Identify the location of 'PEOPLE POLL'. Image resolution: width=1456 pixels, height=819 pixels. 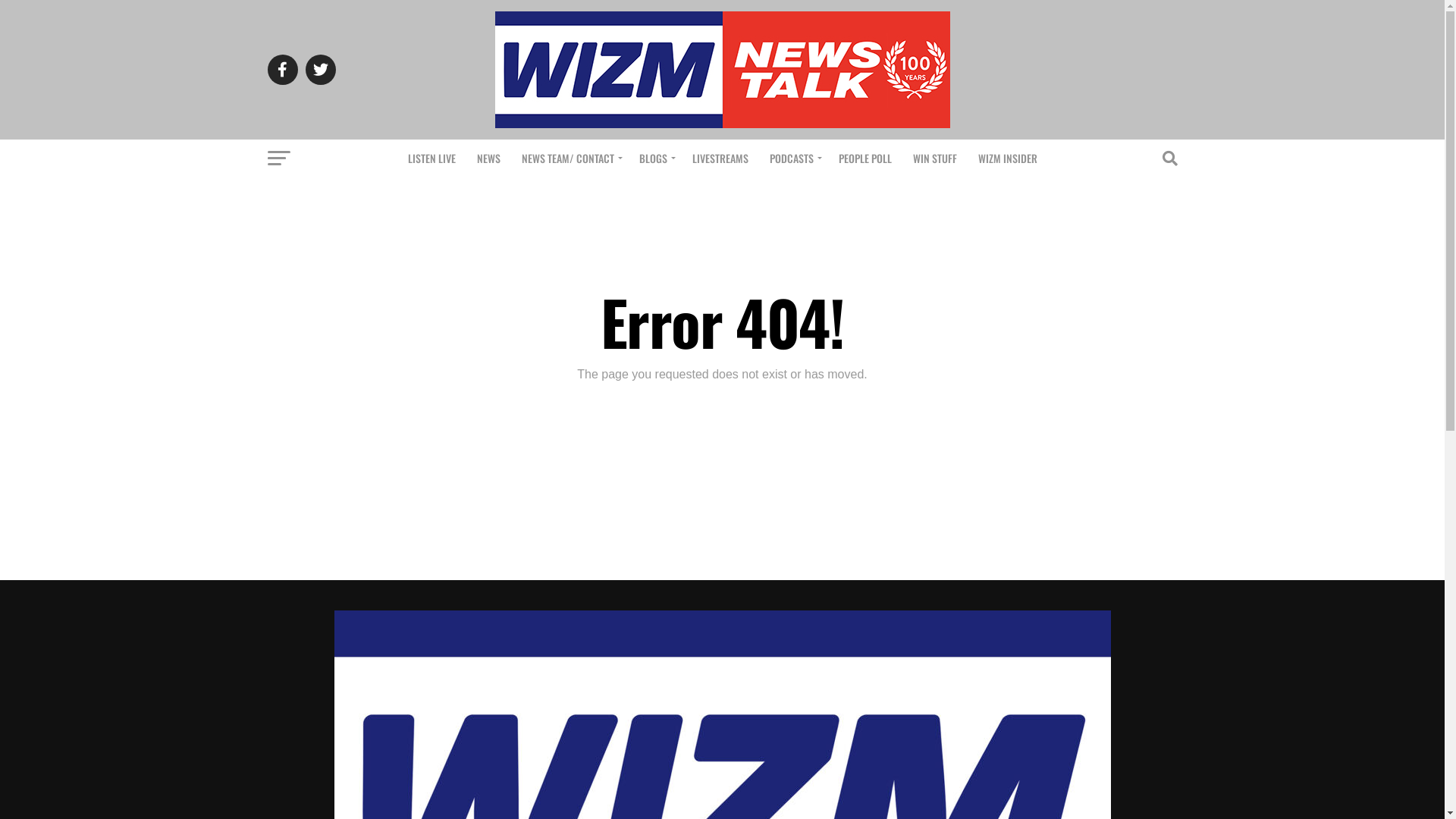
(829, 158).